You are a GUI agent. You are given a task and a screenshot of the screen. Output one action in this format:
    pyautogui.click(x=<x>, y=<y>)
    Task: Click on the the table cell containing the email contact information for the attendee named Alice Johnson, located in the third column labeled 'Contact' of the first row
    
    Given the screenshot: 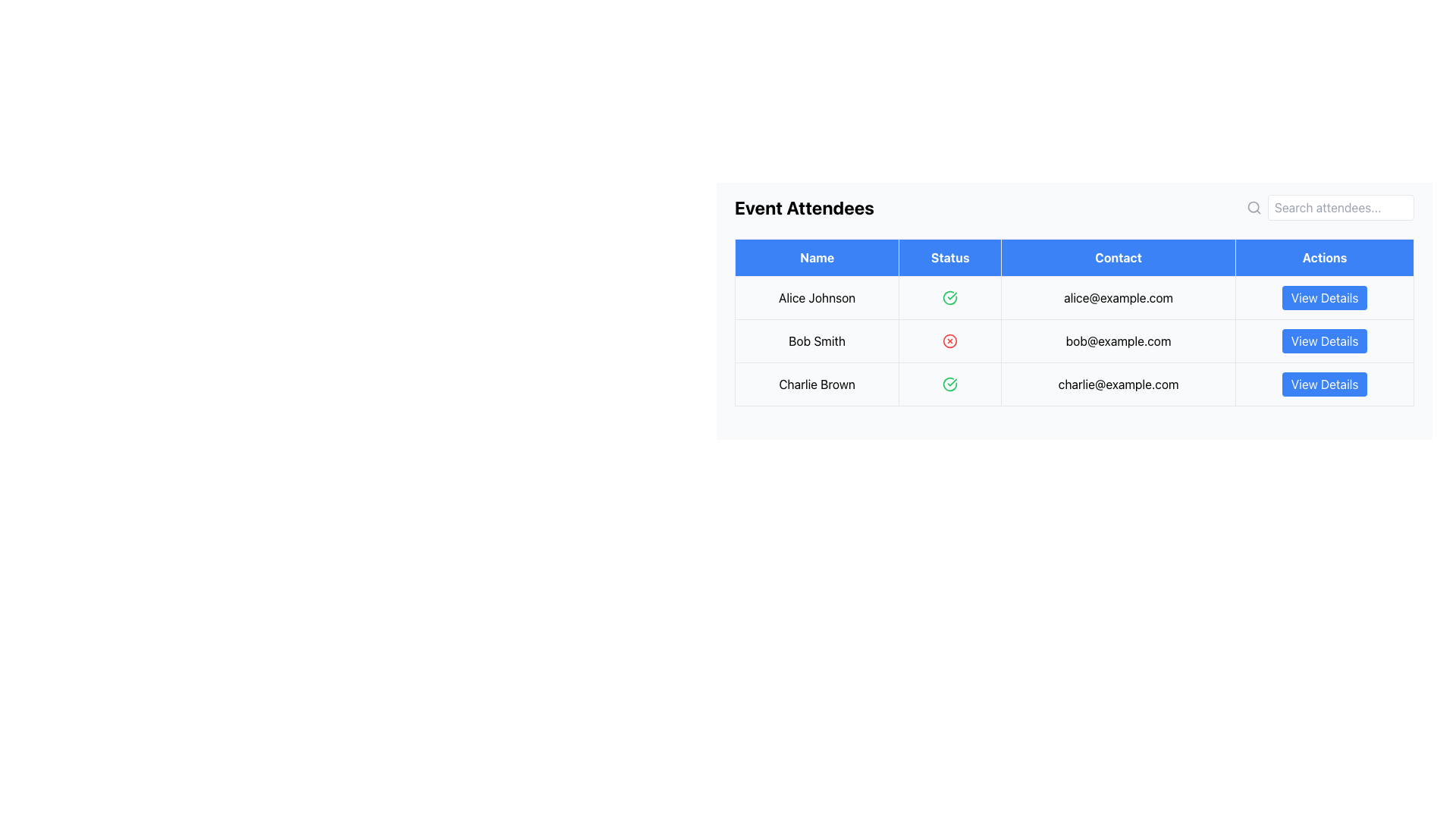 What is the action you would take?
    pyautogui.click(x=1119, y=298)
    